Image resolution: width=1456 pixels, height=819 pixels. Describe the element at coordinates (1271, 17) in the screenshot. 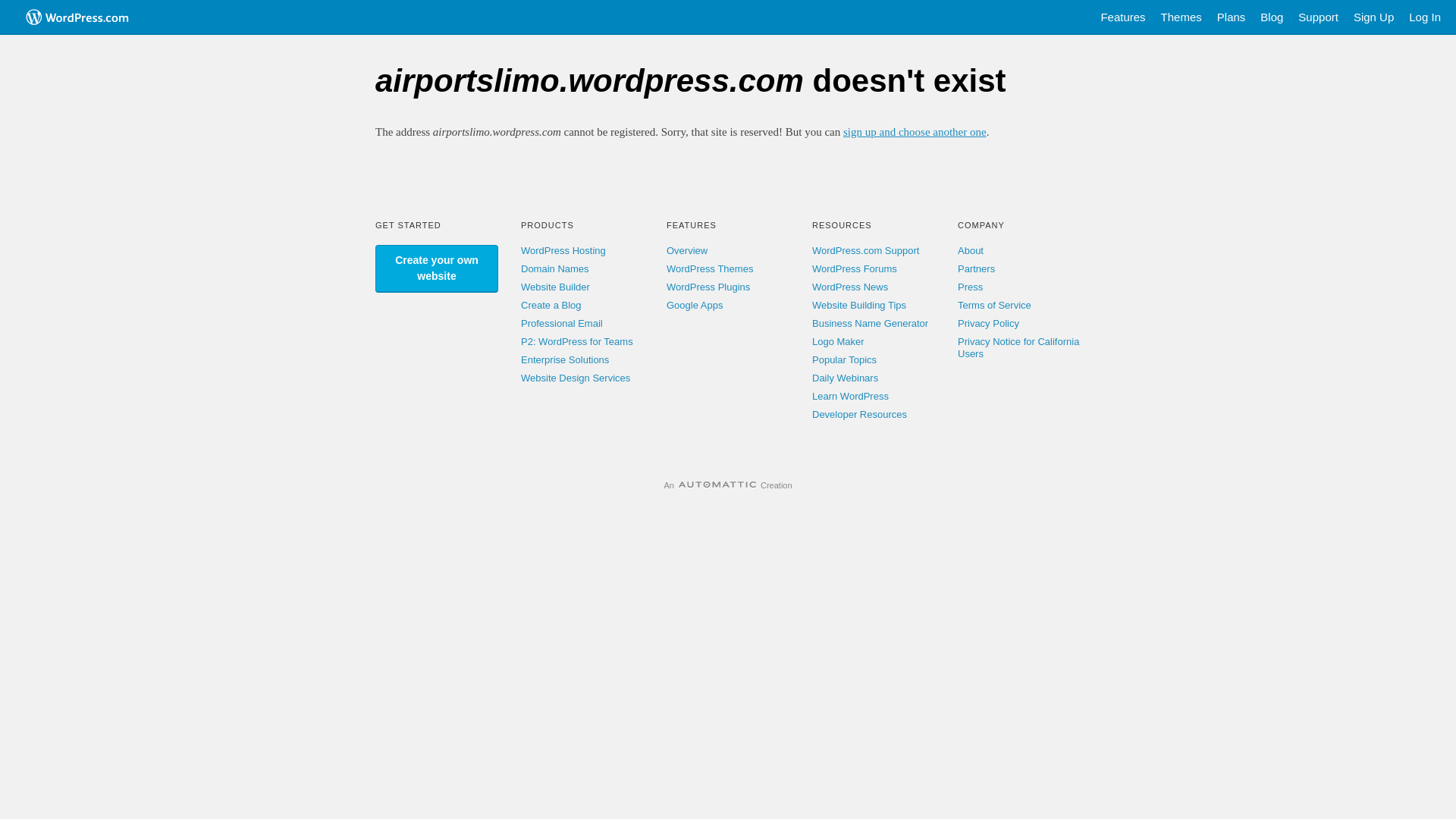

I see `'Blog'` at that location.